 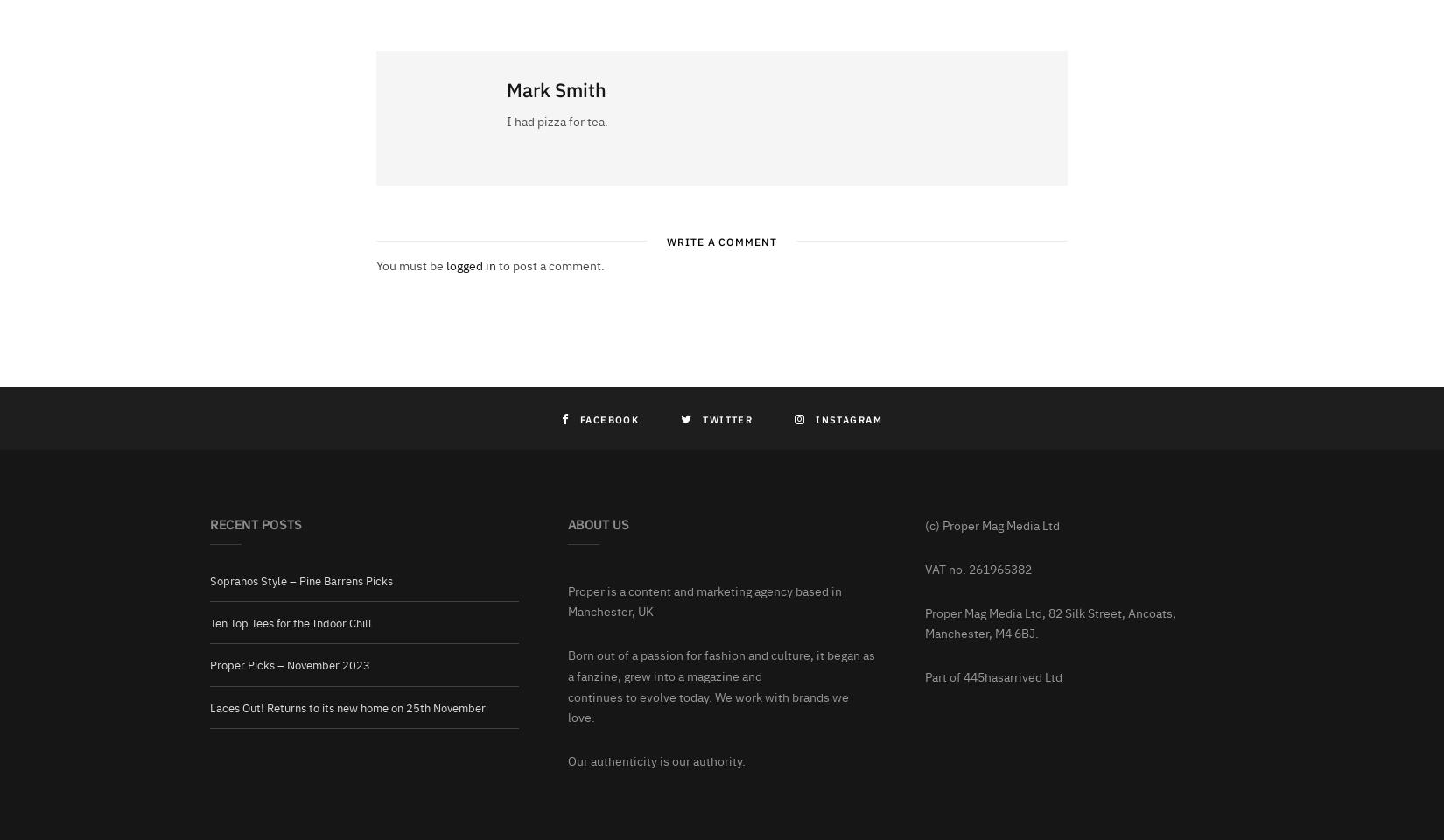 I want to click on 'Our authenticity is our authority.', so click(x=655, y=759).